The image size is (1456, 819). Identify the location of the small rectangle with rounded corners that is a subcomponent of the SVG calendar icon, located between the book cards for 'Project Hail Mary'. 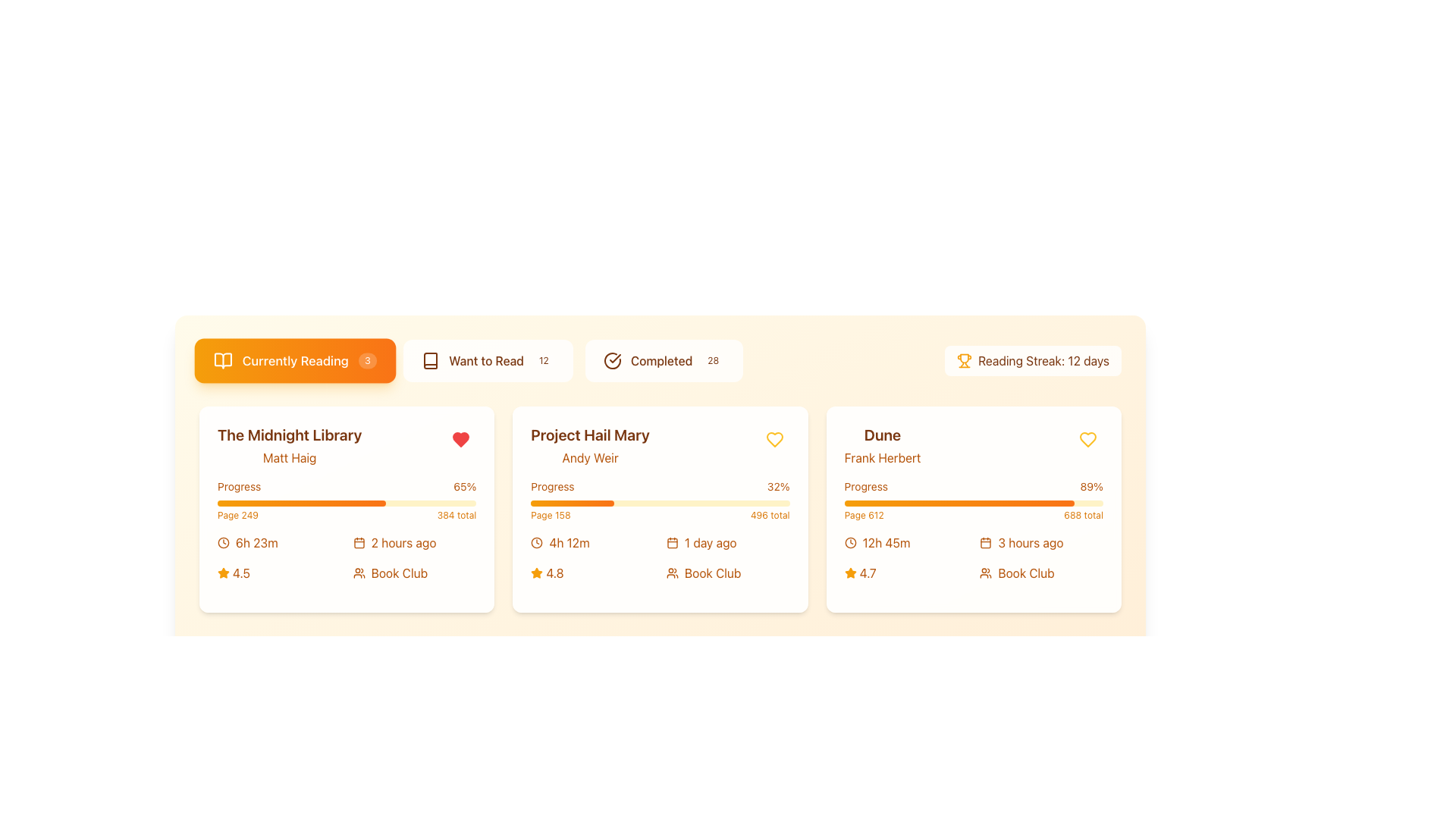
(672, 542).